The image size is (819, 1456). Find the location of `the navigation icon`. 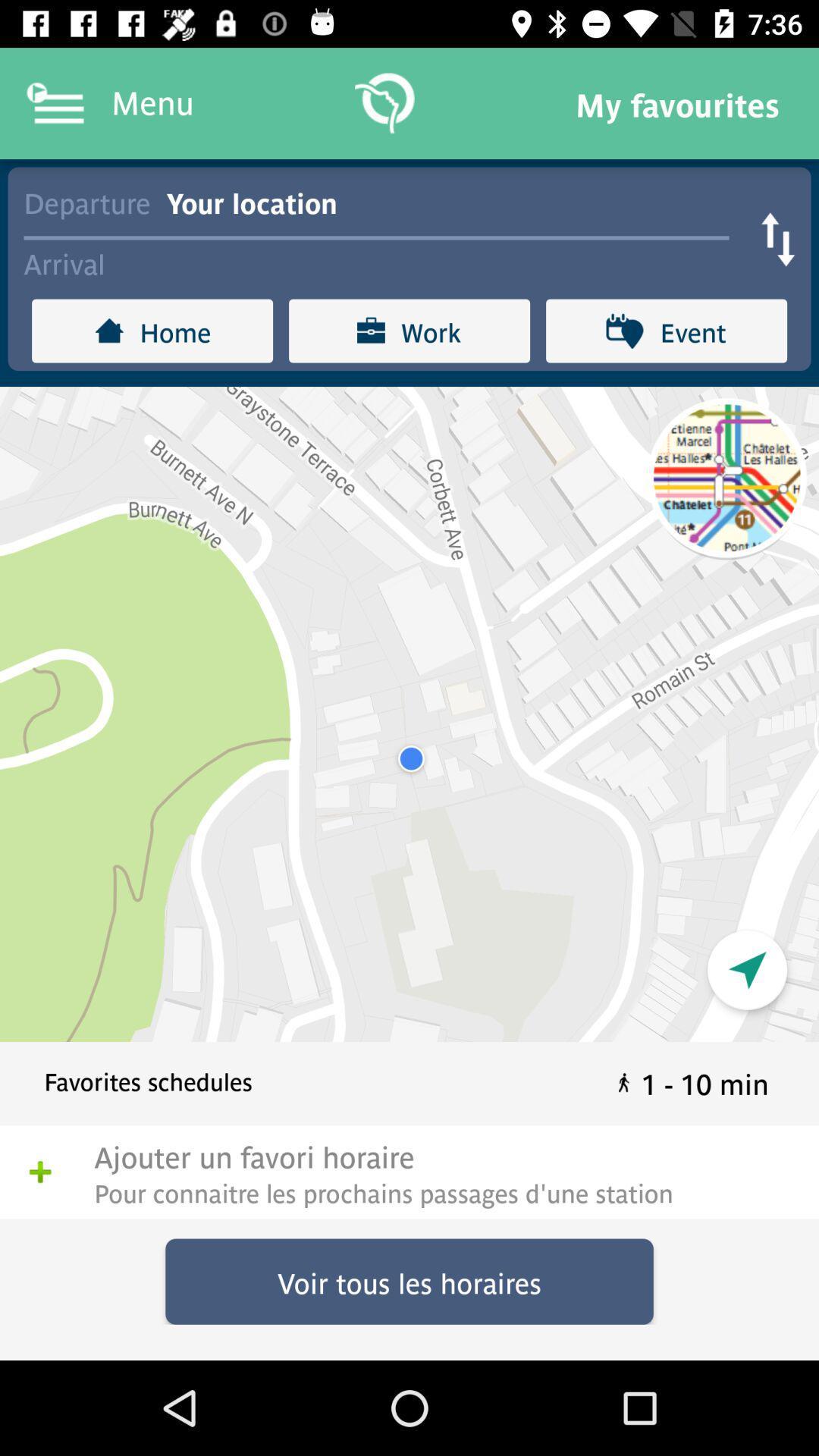

the navigation icon is located at coordinates (746, 969).